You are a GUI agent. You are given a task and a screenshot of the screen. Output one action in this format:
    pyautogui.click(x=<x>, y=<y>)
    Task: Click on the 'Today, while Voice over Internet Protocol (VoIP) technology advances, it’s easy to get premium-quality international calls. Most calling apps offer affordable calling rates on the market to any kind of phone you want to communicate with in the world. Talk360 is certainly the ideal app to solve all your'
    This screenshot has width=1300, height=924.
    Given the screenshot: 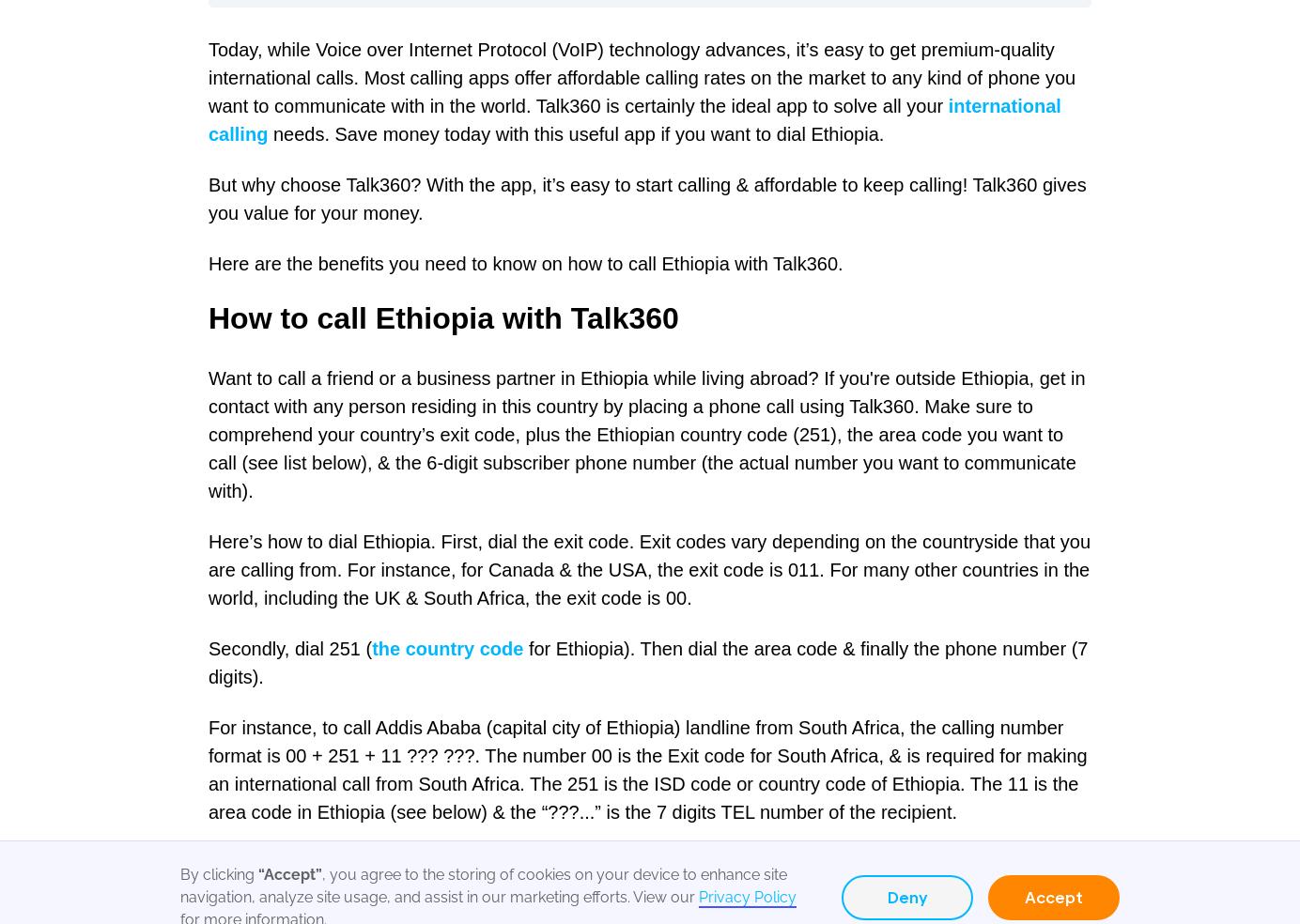 What is the action you would take?
    pyautogui.click(x=208, y=76)
    